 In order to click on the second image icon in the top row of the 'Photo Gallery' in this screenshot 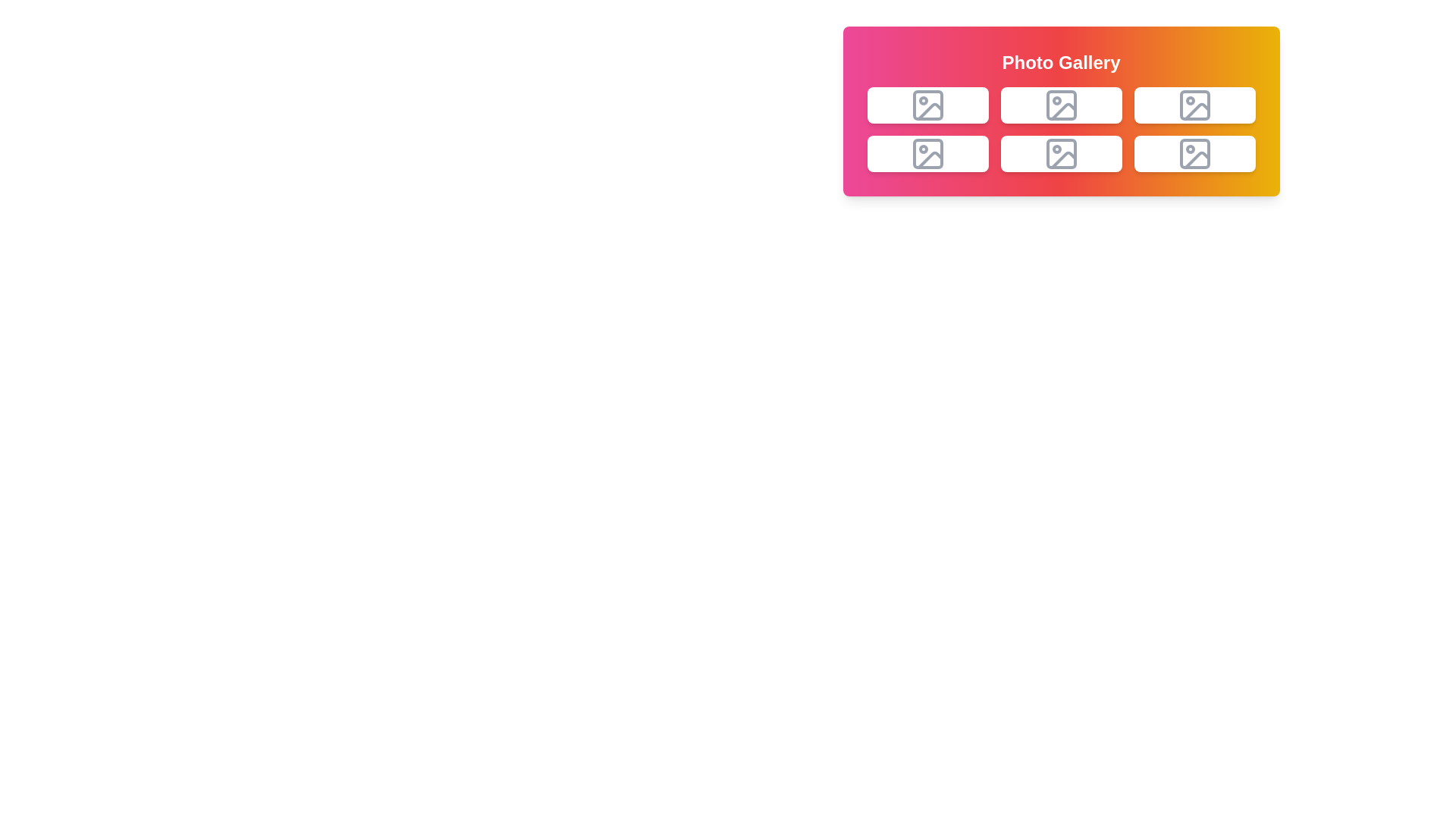, I will do `click(1060, 104)`.